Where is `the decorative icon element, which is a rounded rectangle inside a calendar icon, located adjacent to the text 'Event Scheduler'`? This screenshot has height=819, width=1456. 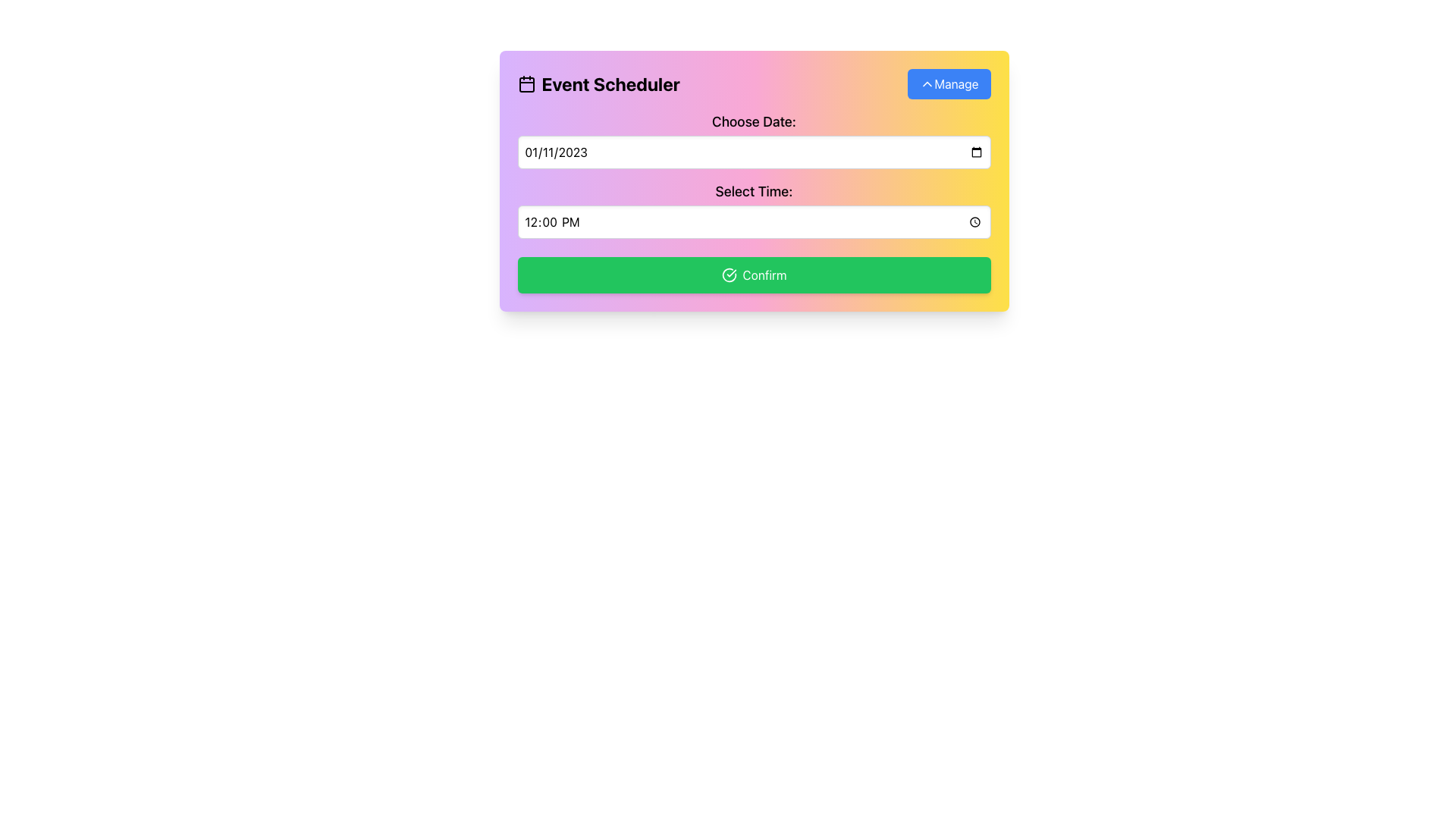
the decorative icon element, which is a rounded rectangle inside a calendar icon, located adjacent to the text 'Event Scheduler' is located at coordinates (526, 84).